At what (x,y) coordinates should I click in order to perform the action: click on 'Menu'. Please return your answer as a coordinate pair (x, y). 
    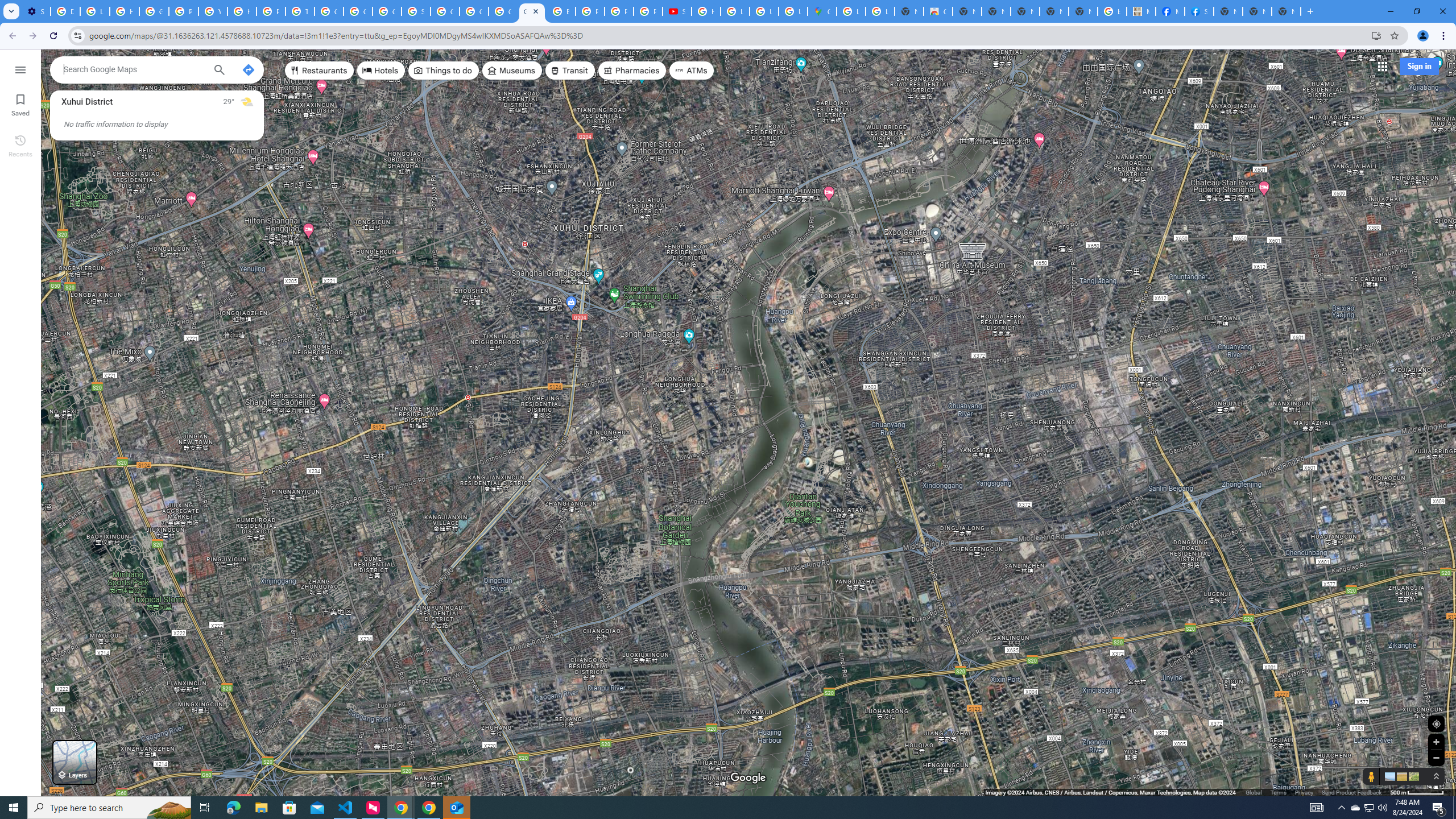
    Looking at the image, I should click on (19, 68).